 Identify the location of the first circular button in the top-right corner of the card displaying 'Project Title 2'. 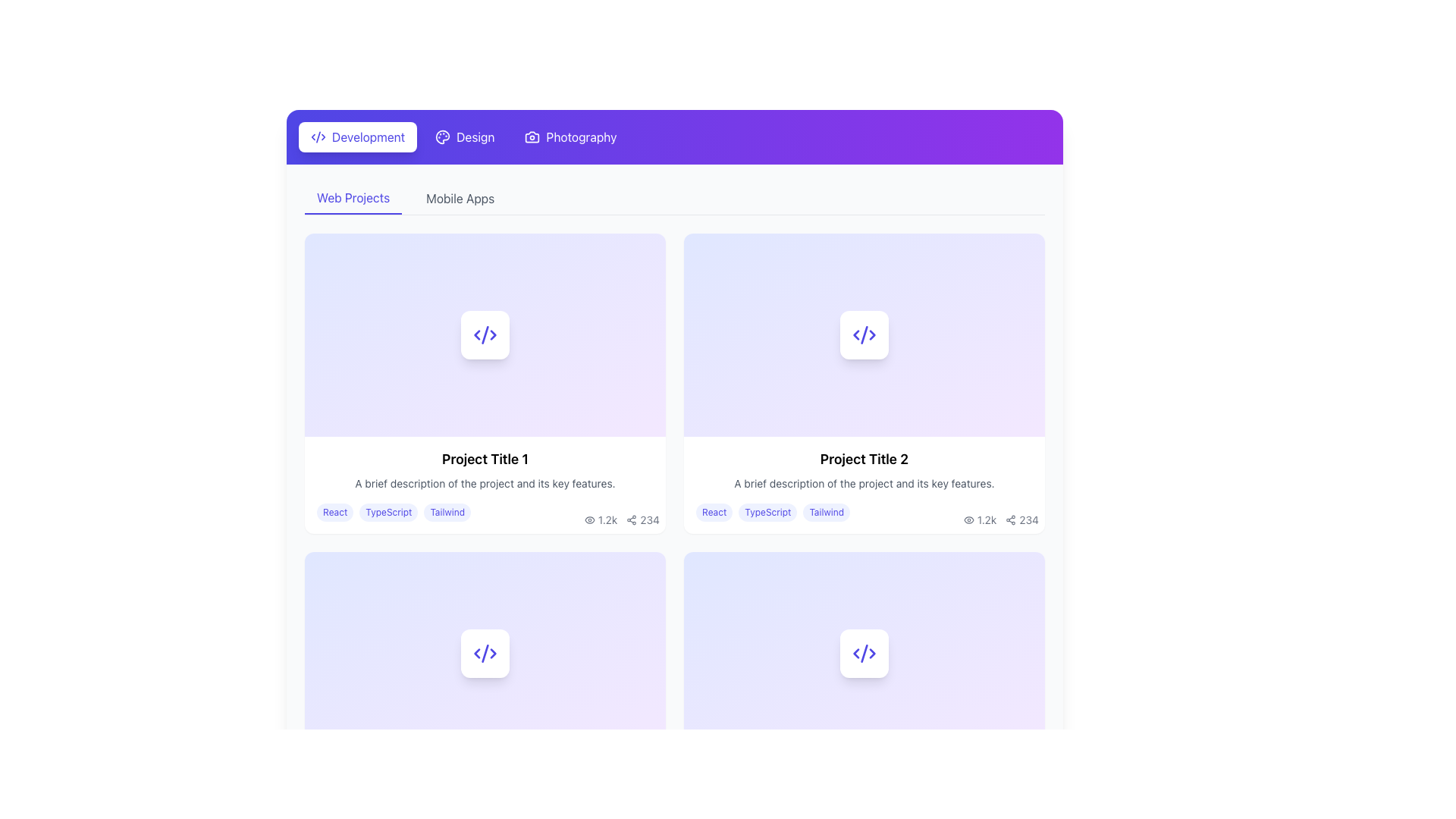
(965, 250).